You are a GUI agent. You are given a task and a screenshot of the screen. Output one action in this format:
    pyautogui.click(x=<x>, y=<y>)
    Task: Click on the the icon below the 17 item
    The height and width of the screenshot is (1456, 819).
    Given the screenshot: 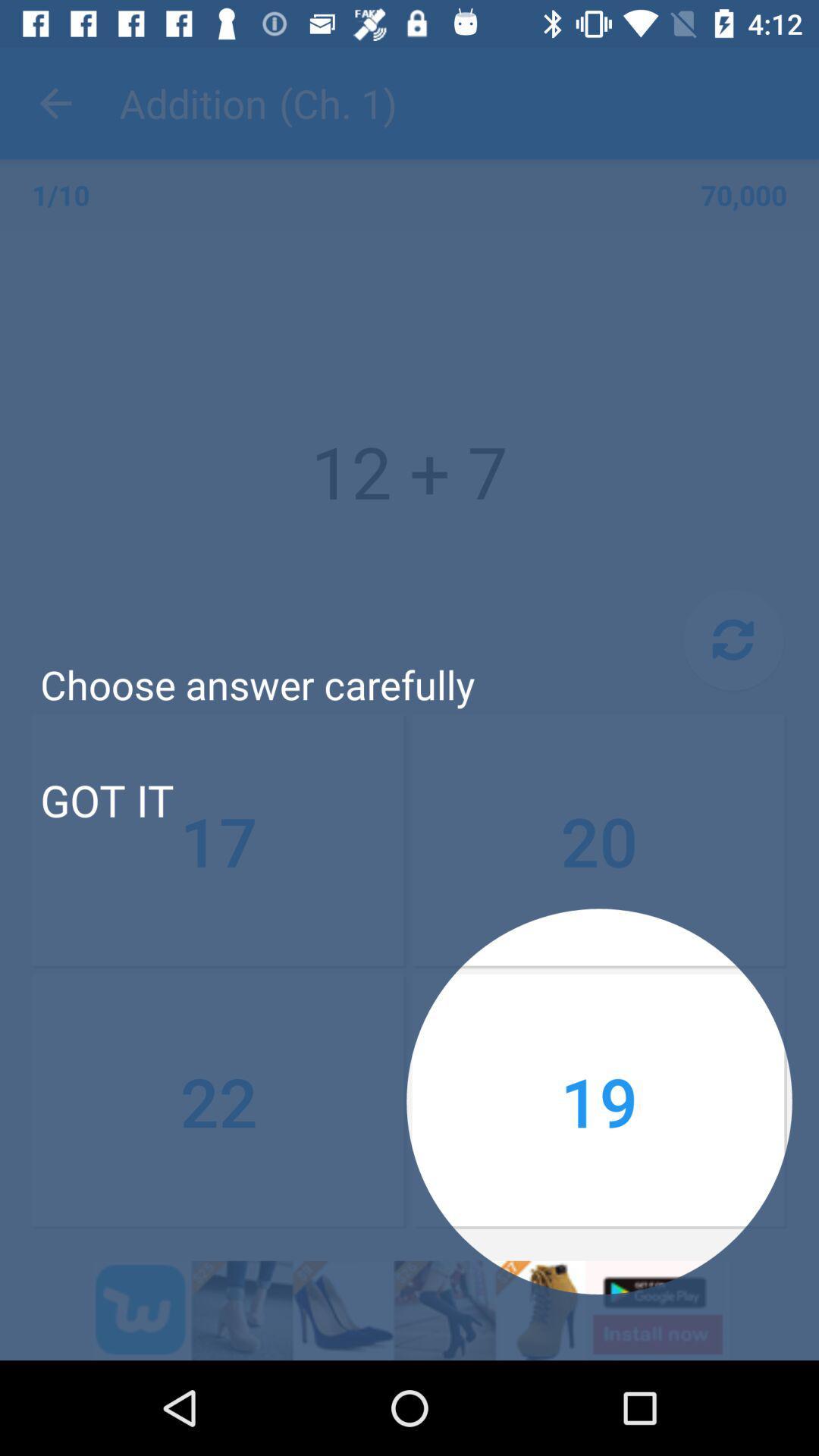 What is the action you would take?
    pyautogui.click(x=219, y=1101)
    